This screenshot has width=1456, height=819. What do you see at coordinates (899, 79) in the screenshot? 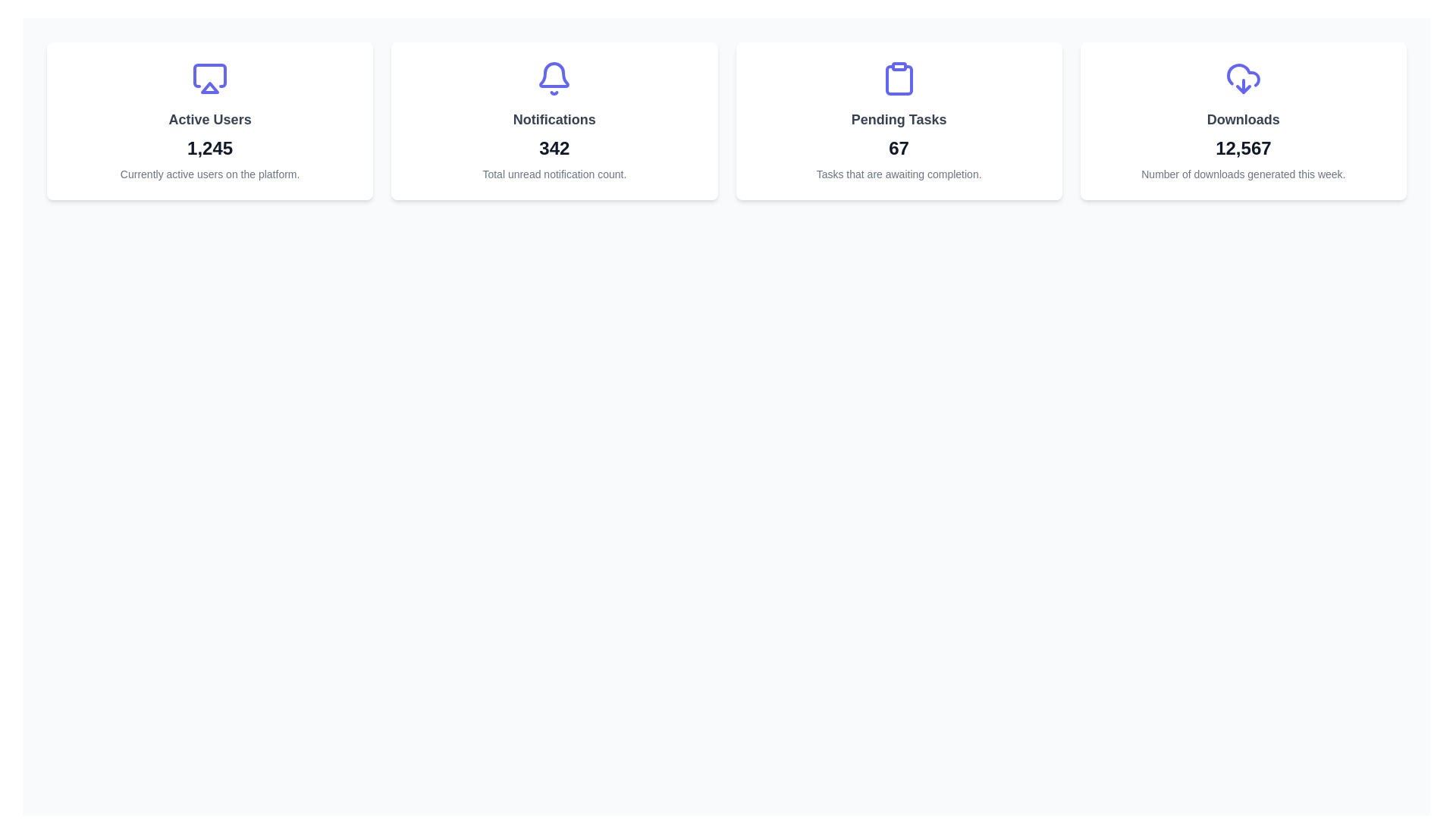
I see `the clipboard icon in the 'Pending Tasks' section, which is styled in vibrant indigo with a rectangular body and a cutout rectangle at the top` at bounding box center [899, 79].